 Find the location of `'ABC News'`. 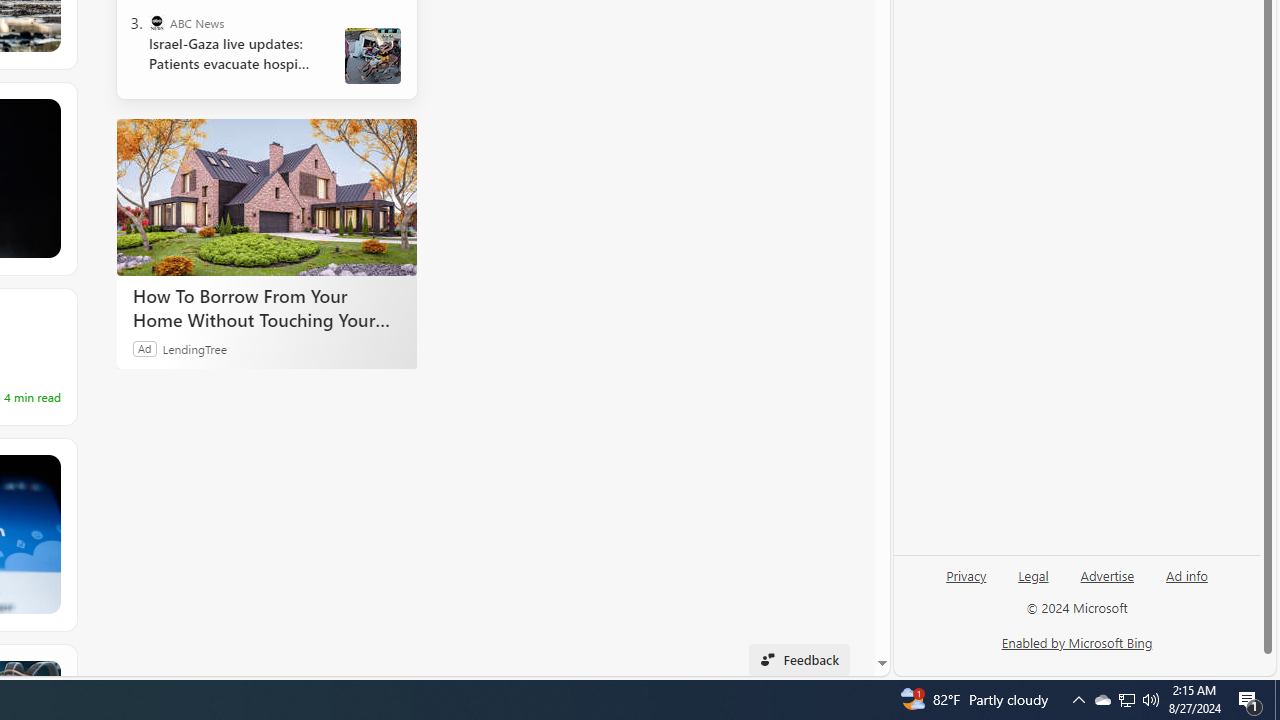

'ABC News' is located at coordinates (155, 23).